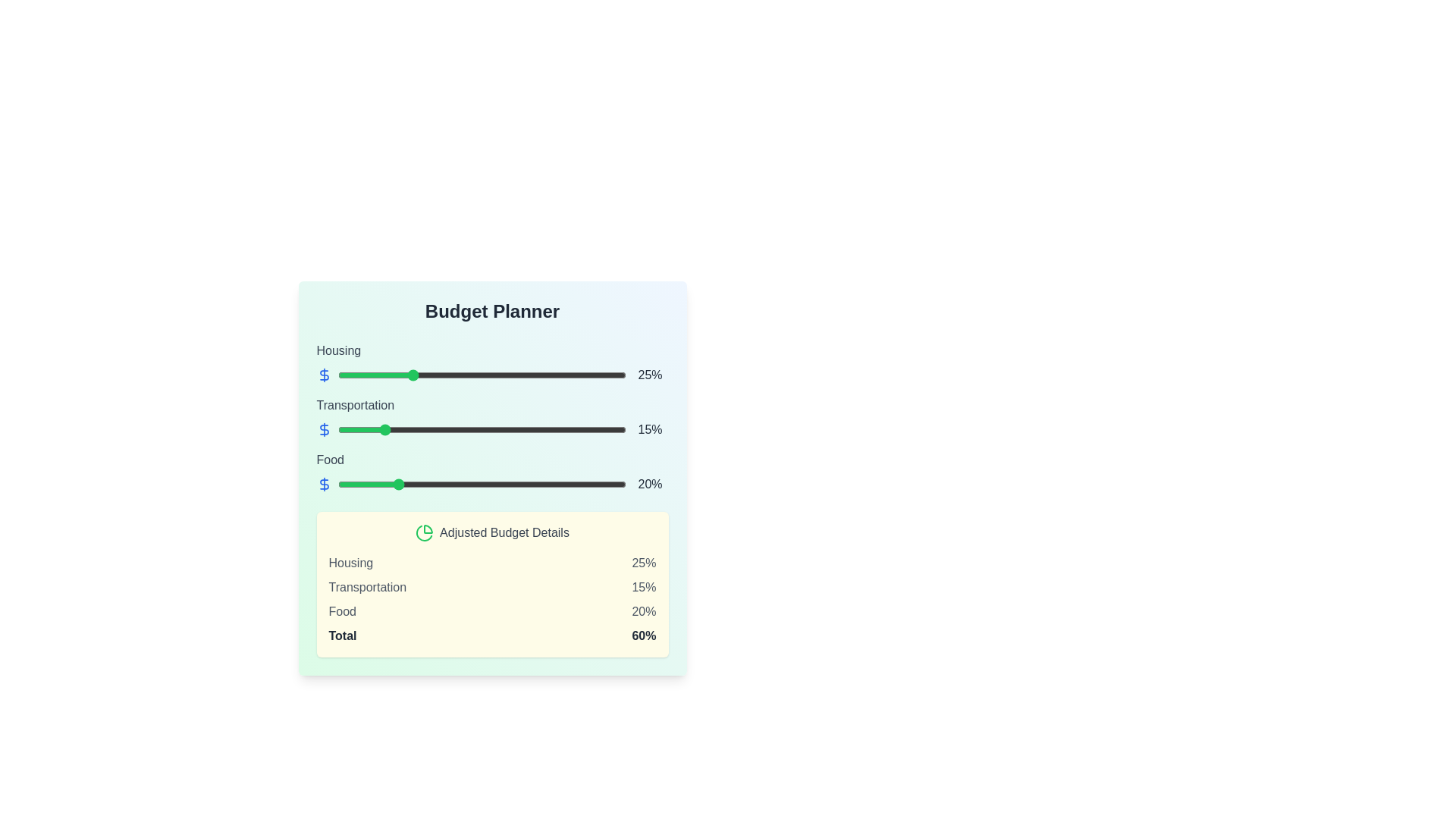  Describe the element at coordinates (650, 375) in the screenshot. I see `displayed percentage value '25%' from the text label, which is centrally aligned and part of the budget adjustment interface, located at the right end of the slider bar` at that location.